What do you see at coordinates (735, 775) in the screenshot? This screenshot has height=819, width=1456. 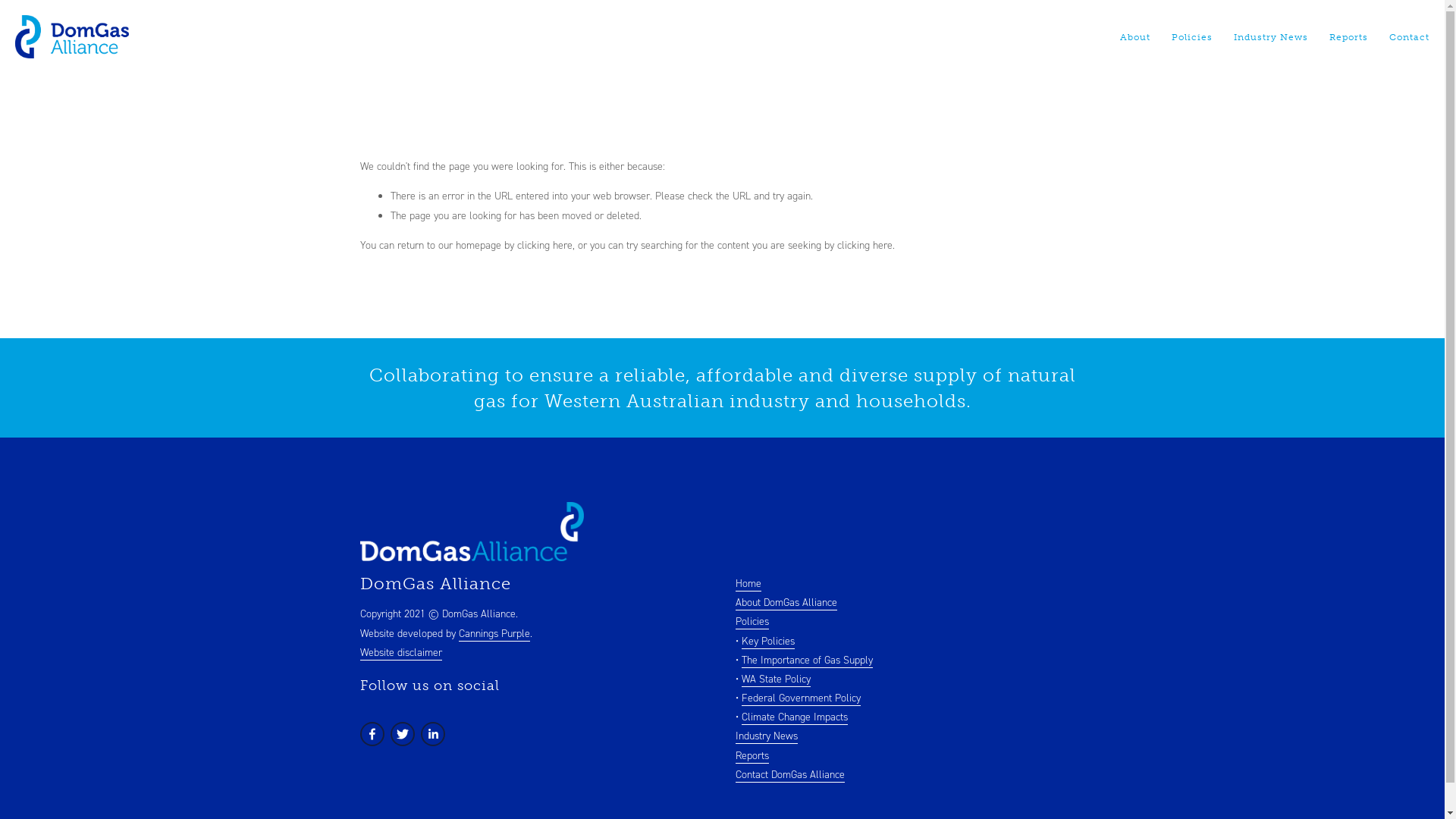 I see `'Contact DomGas Alliance'` at bounding box center [735, 775].